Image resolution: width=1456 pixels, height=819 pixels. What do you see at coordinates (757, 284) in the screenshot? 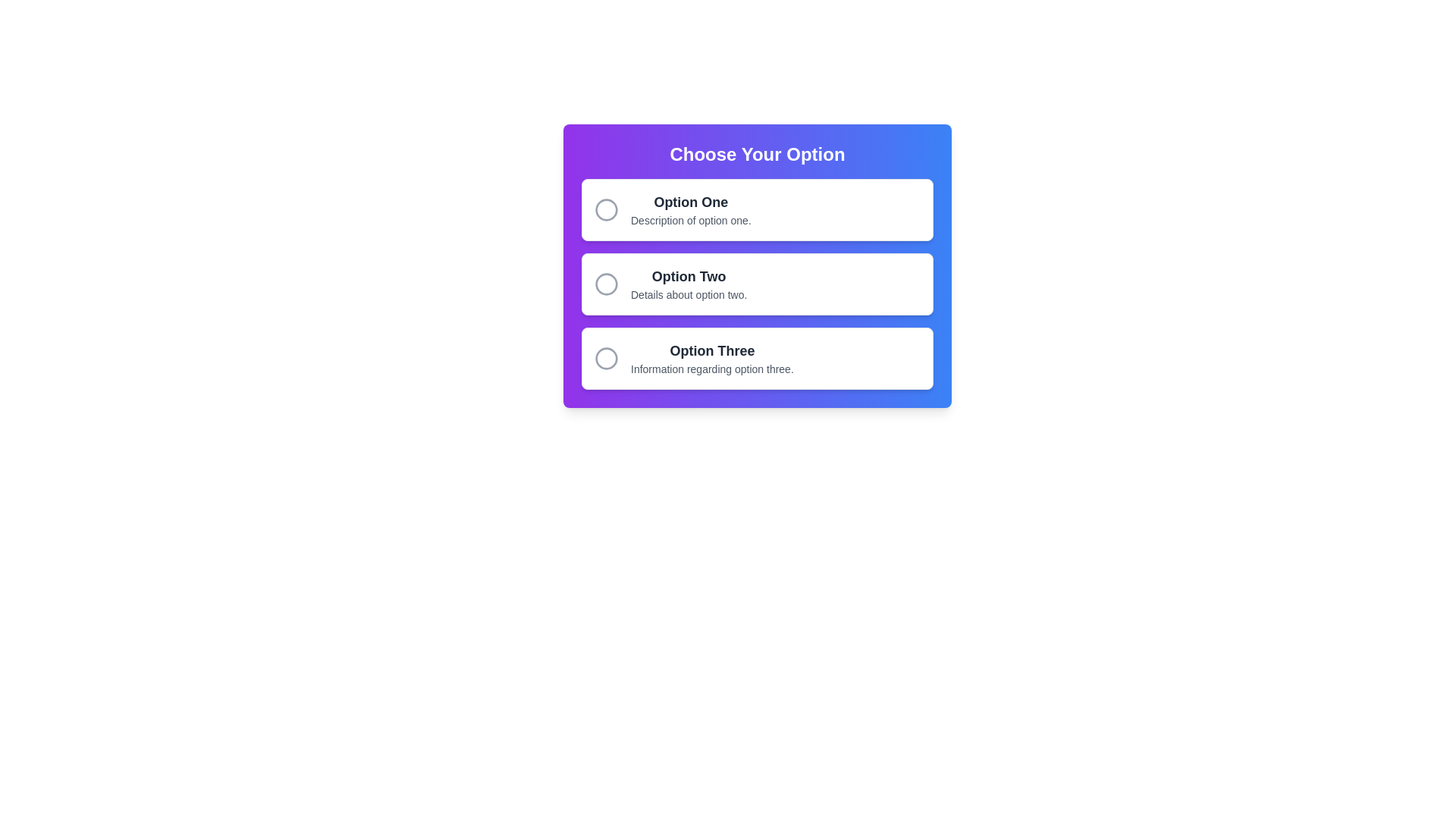
I see `the 'Option Two' radio button` at bounding box center [757, 284].